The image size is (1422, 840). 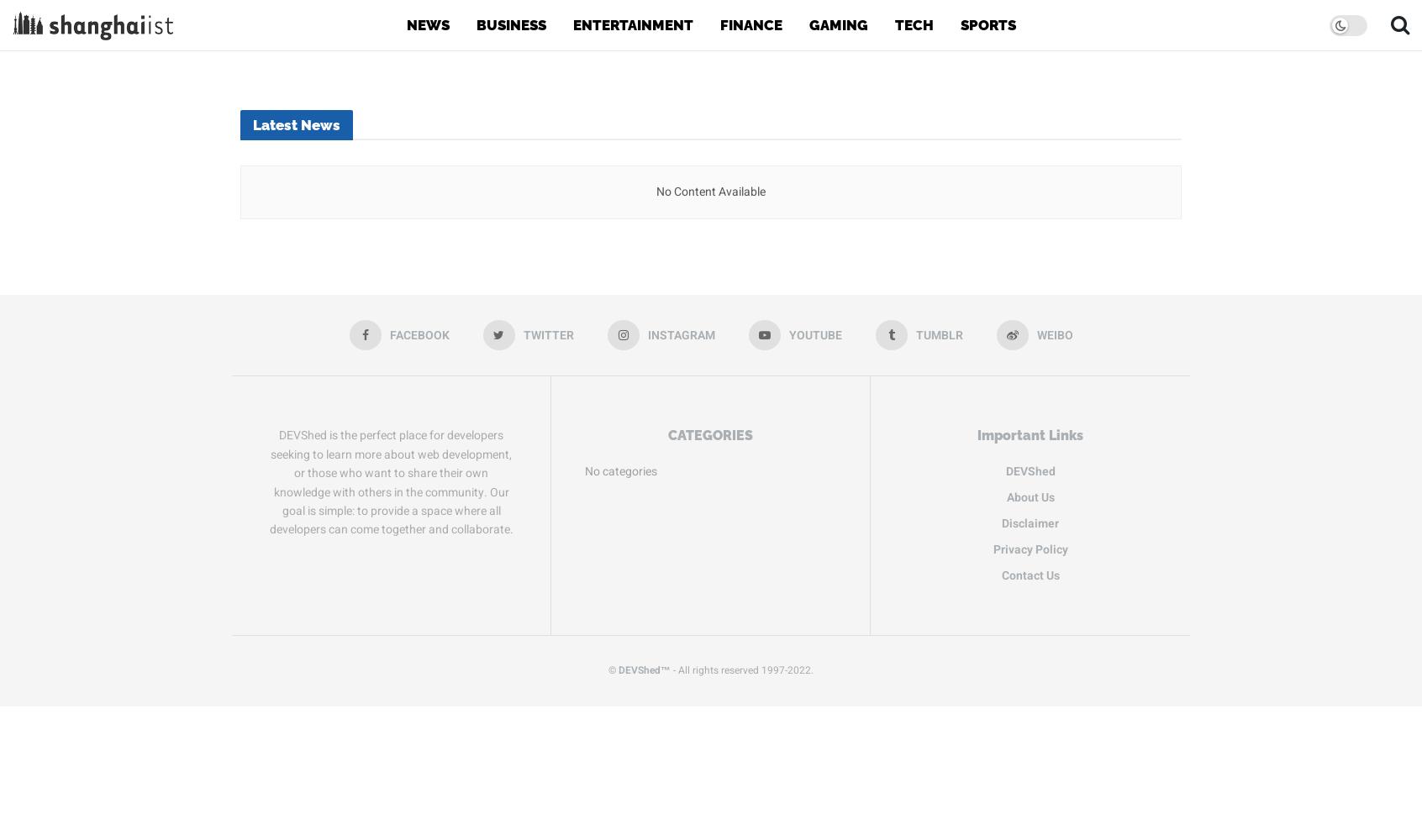 I want to click on '- All rights reserved 1997-2022.', so click(x=741, y=669).